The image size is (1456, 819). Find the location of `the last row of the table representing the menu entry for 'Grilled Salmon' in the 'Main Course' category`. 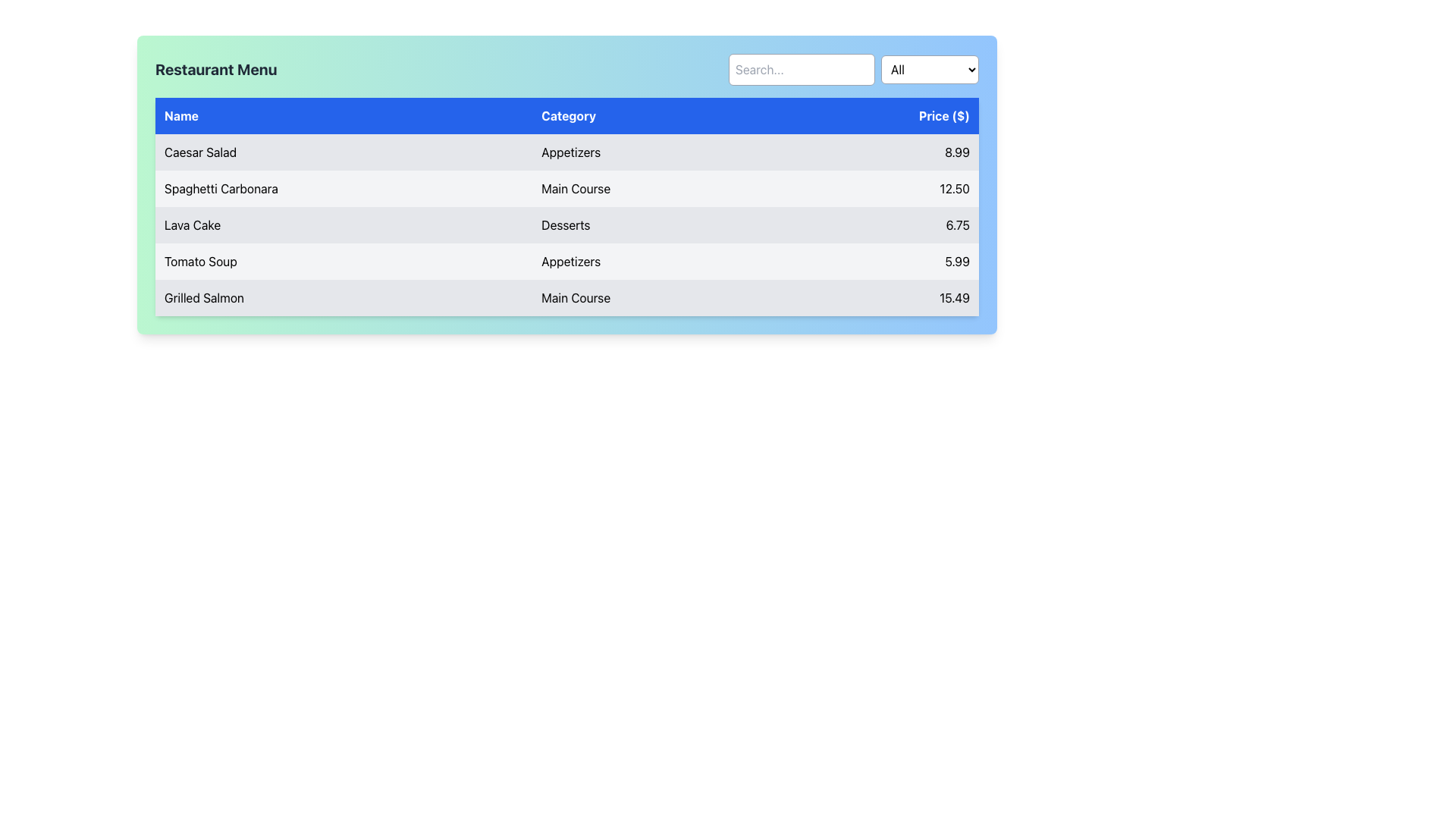

the last row of the table representing the menu entry for 'Grilled Salmon' in the 'Main Course' category is located at coordinates (566, 298).